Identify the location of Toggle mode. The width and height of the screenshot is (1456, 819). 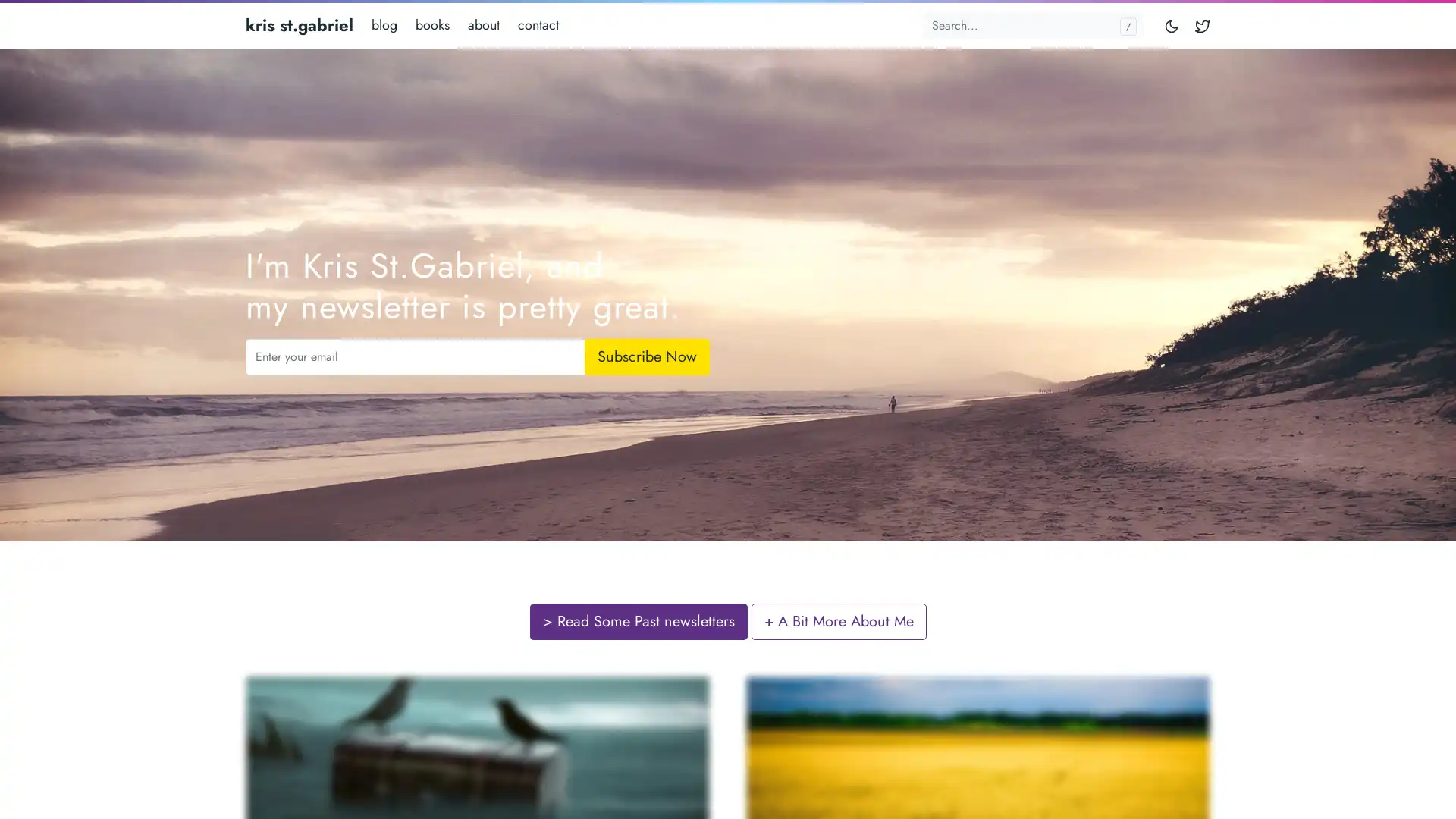
(1171, 25).